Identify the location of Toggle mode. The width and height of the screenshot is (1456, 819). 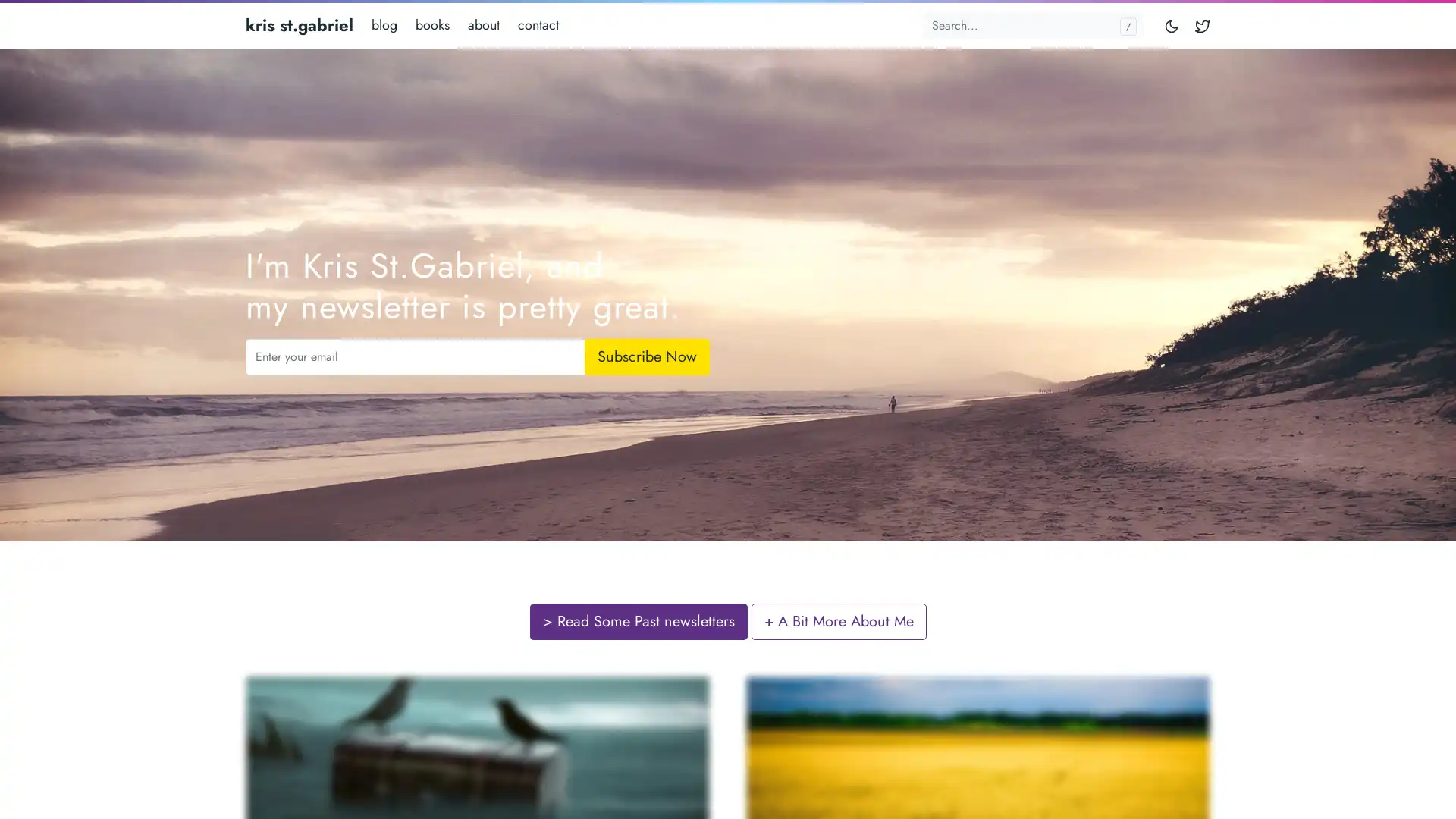
(1171, 25).